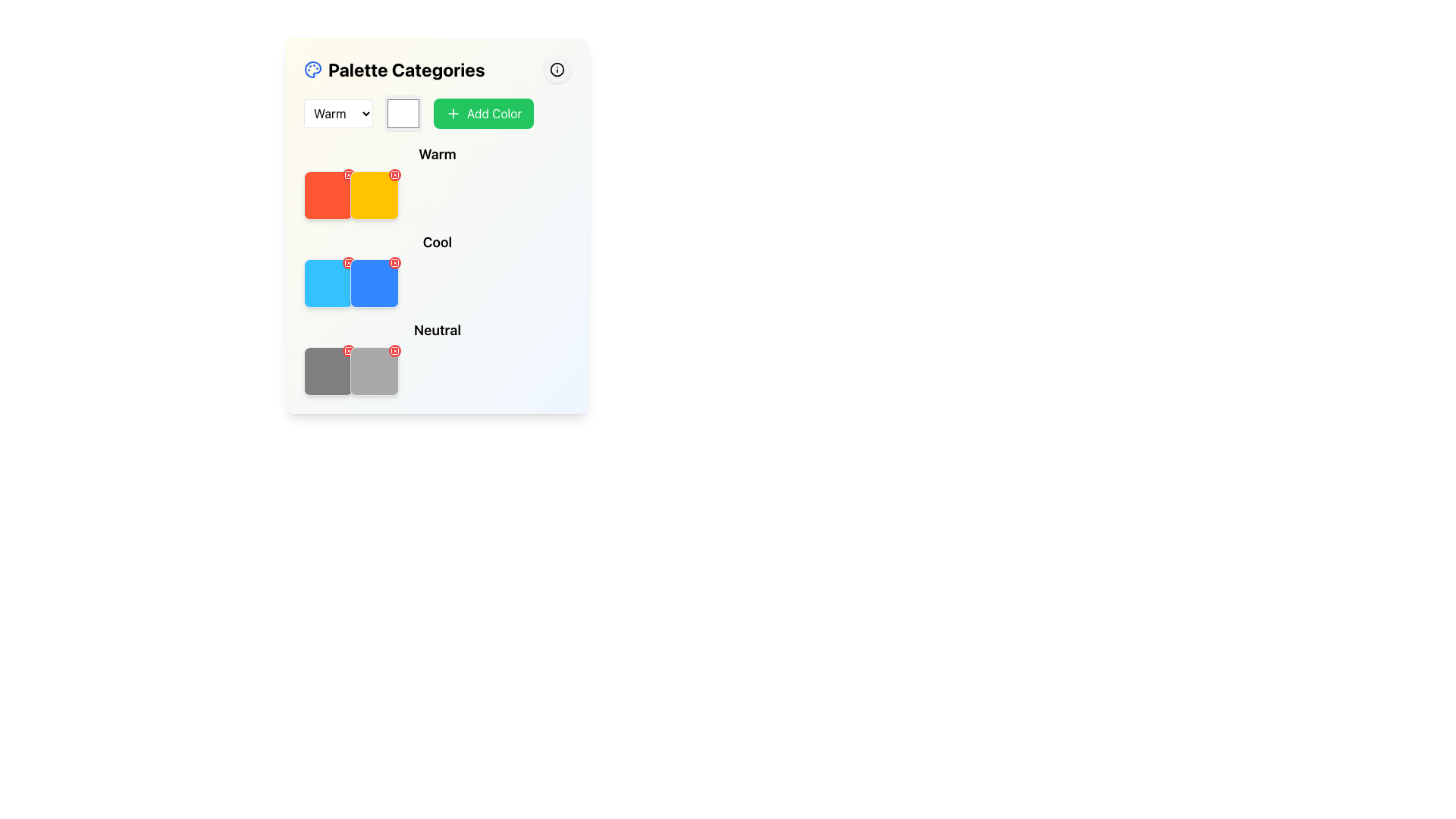 The image size is (1456, 819). I want to click on the delete button in the top-right corner of the yellow swatch in the 'Warm' category to activate hover styles, so click(395, 174).